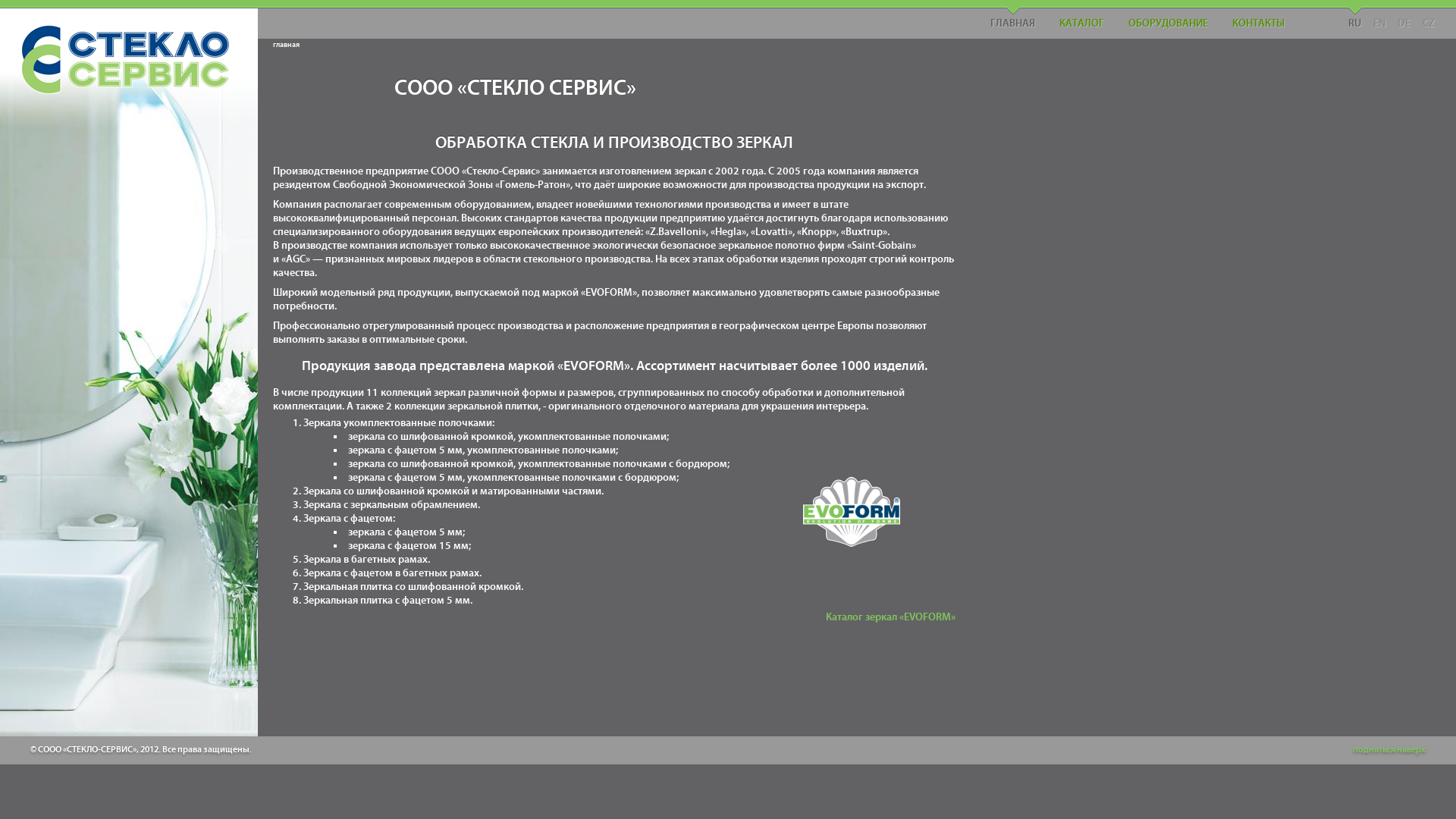 This screenshot has width=1456, height=819. I want to click on 'RU', so click(1354, 18).